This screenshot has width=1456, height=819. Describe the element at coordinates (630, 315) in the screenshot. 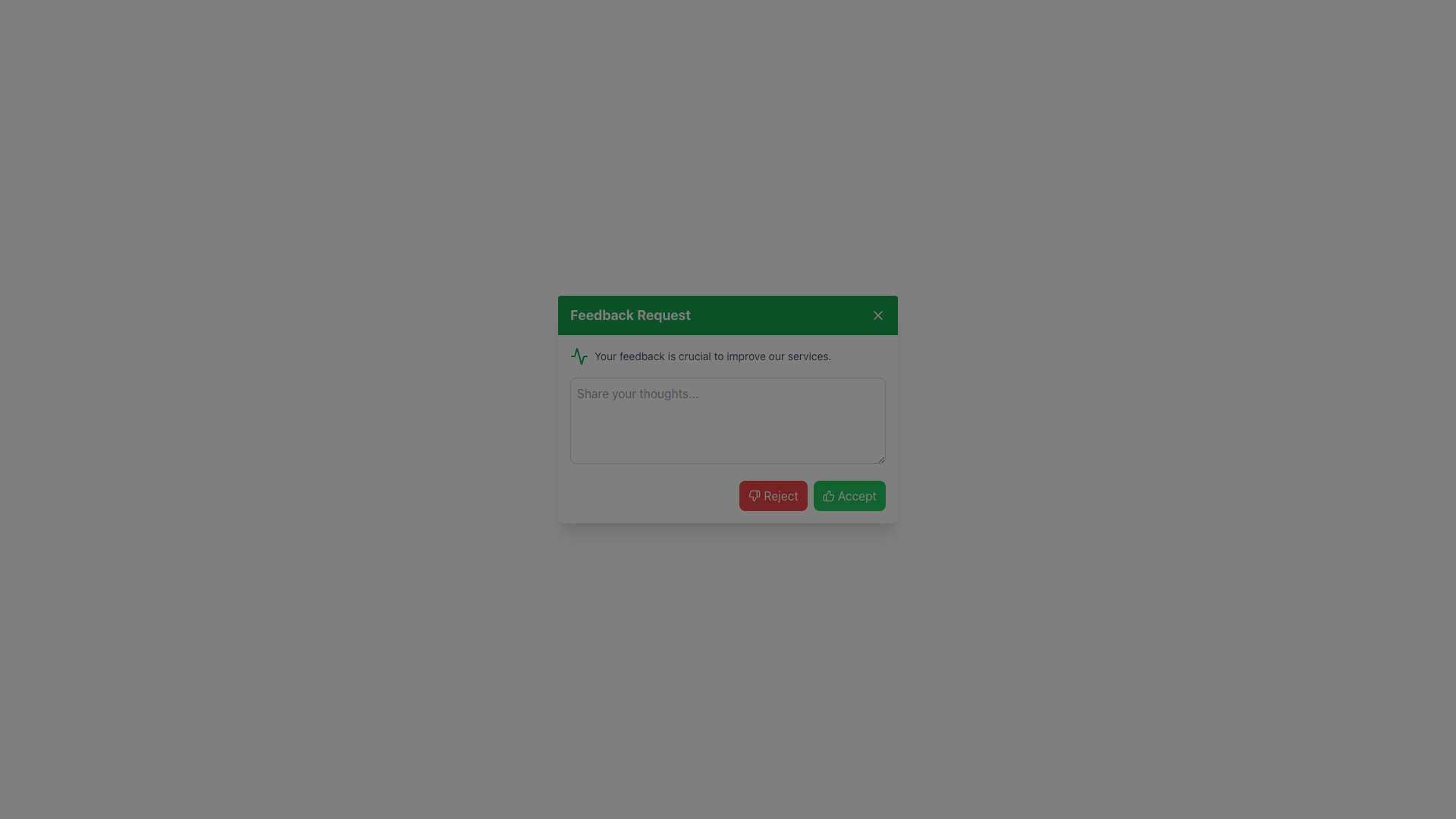

I see `the bold, large-sized text 'Feedback Request' located in the top green bar of the feedback form` at that location.